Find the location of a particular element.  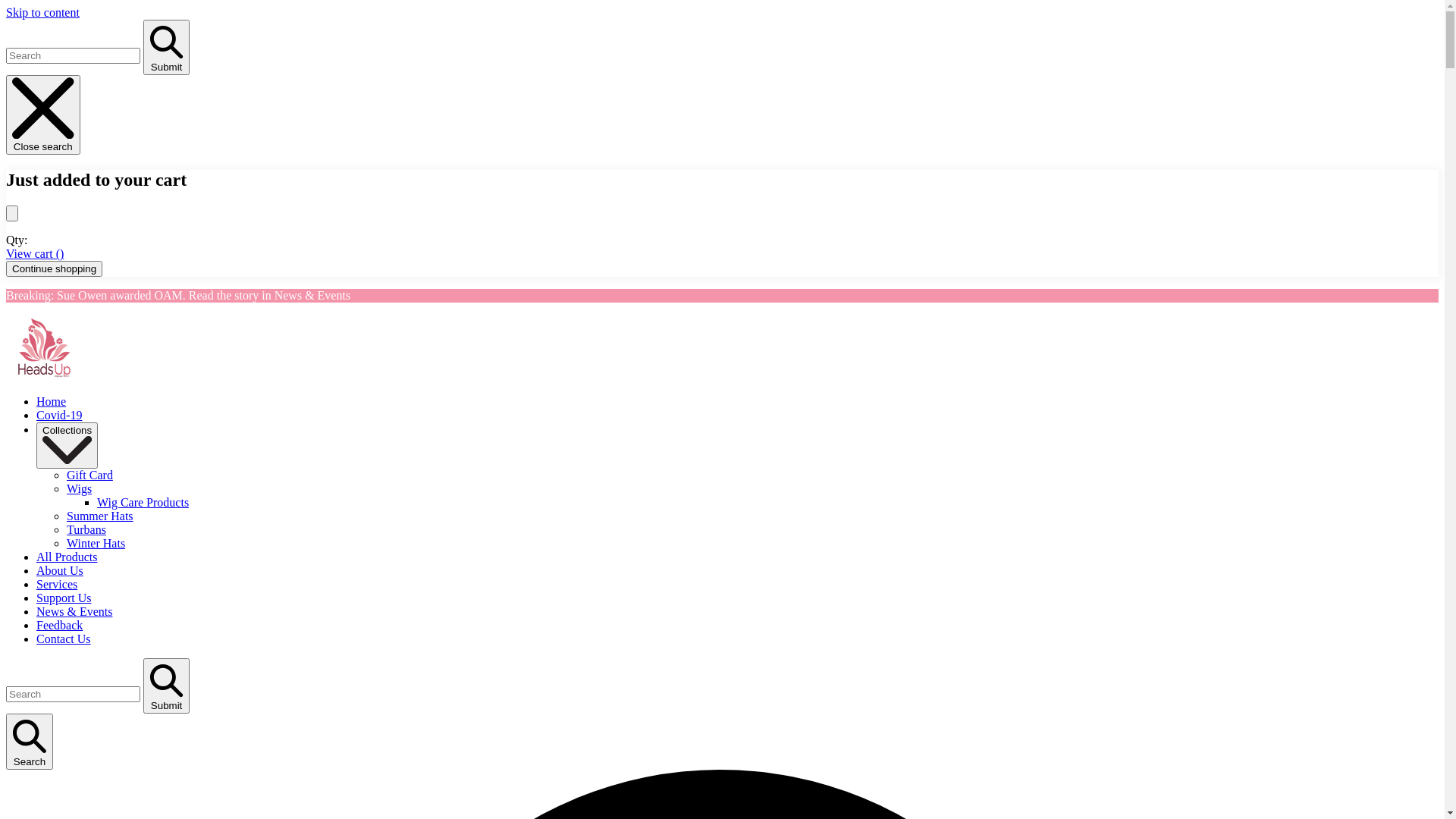

'Wigs' is located at coordinates (78, 488).